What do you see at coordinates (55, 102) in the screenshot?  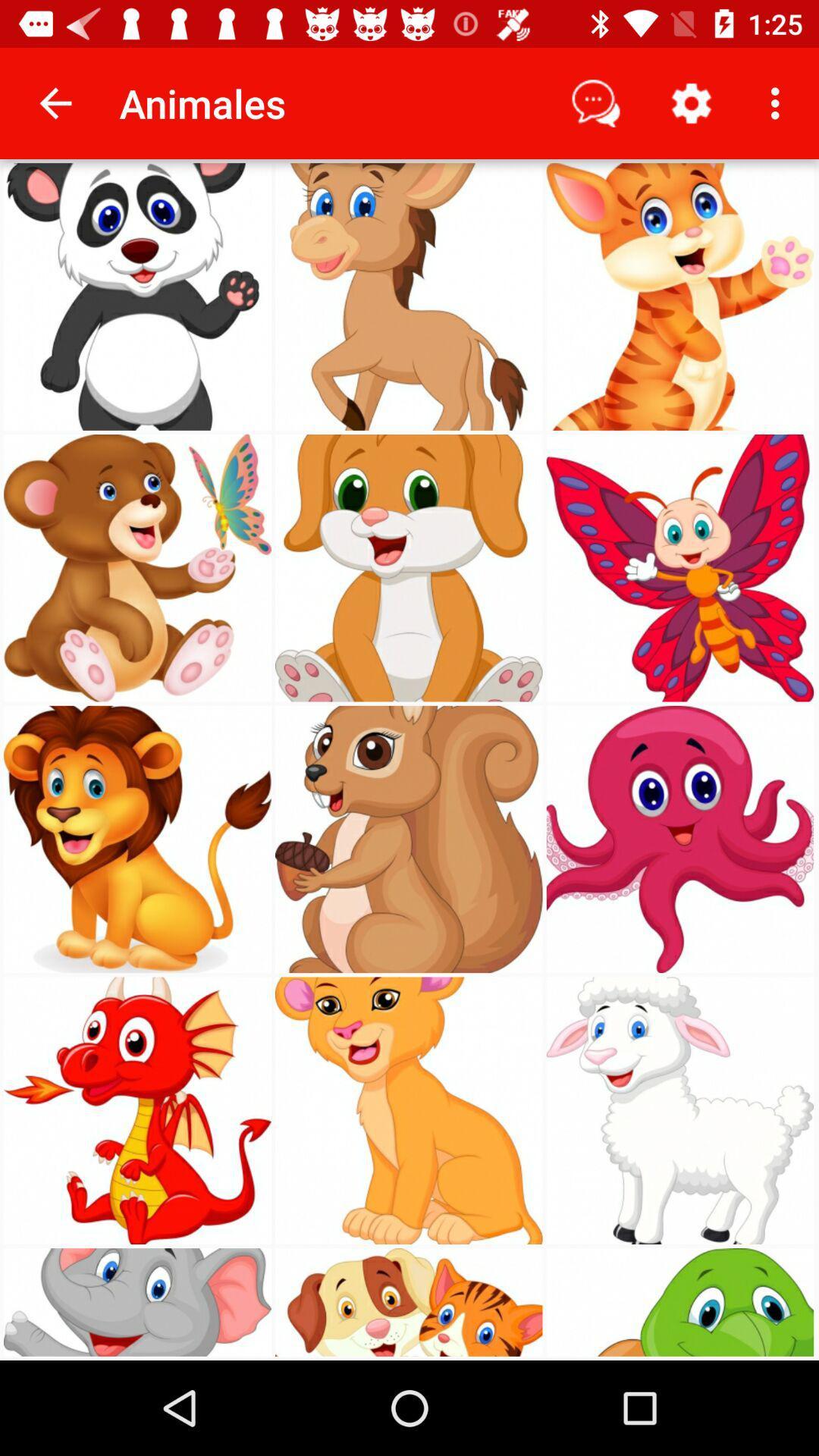 I see `the icon next to the animales icon` at bounding box center [55, 102].